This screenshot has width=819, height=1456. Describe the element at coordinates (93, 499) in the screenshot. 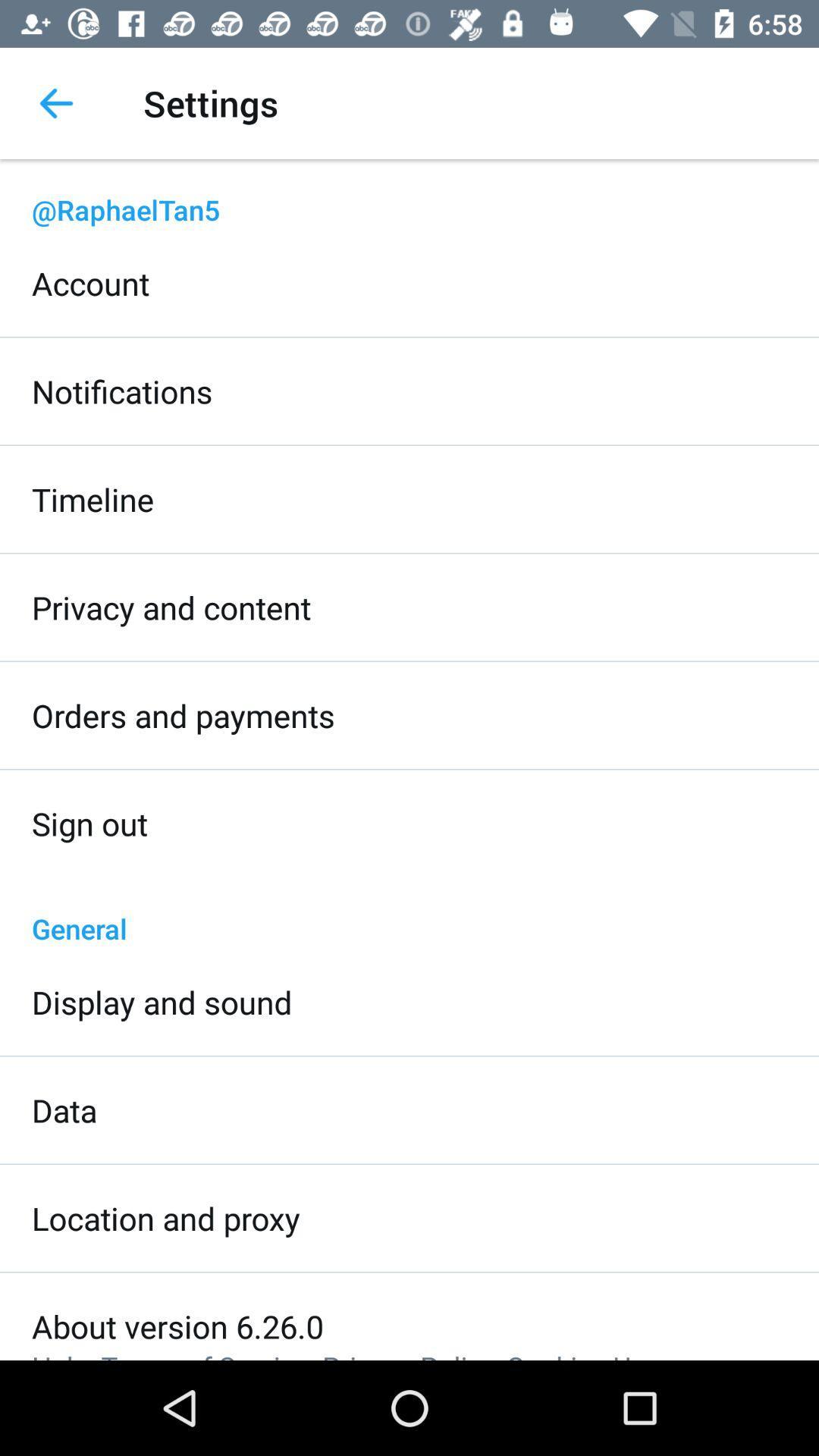

I see `the timeline` at that location.